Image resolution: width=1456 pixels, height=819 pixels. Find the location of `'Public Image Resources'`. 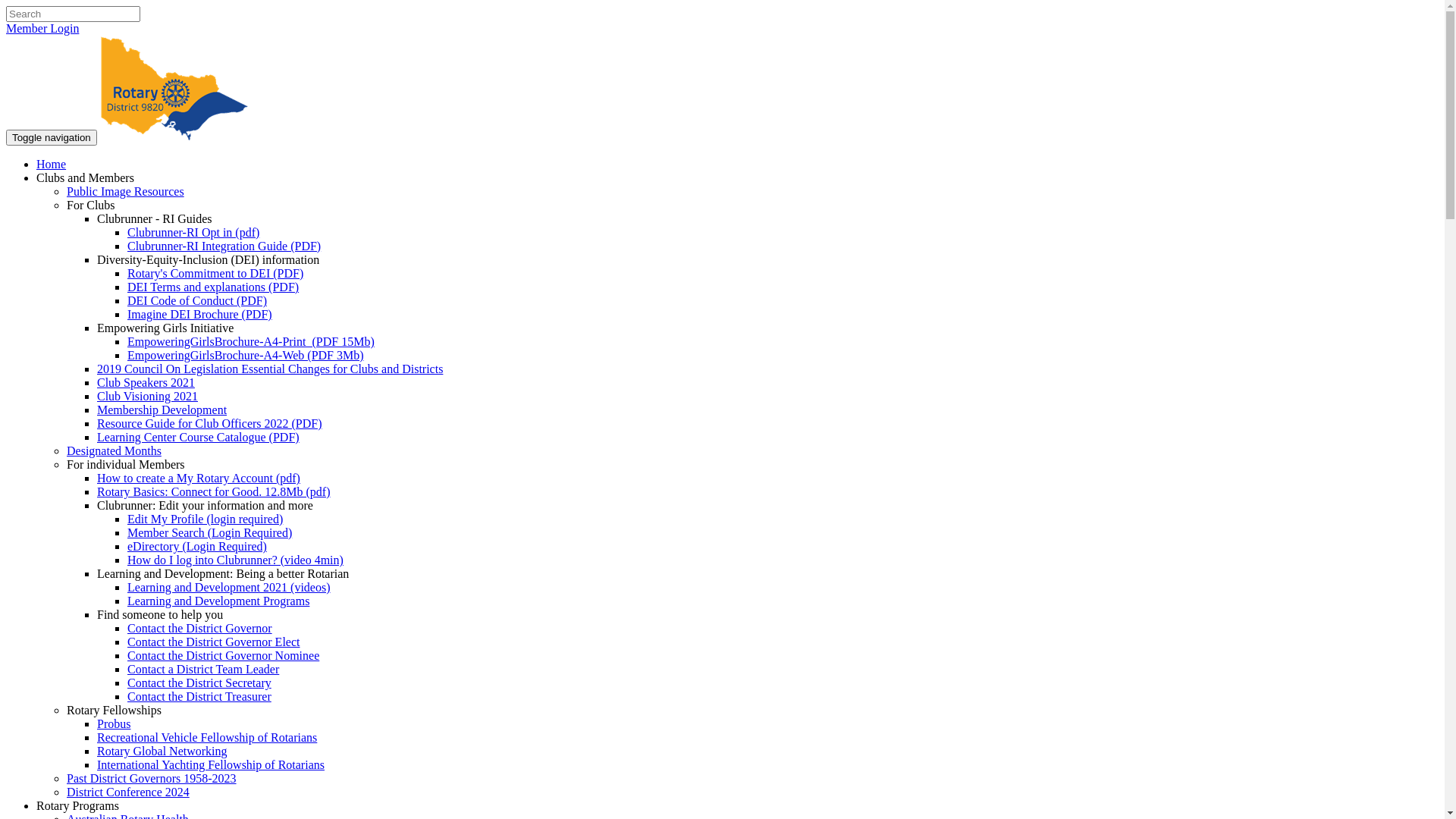

'Public Image Resources' is located at coordinates (125, 190).